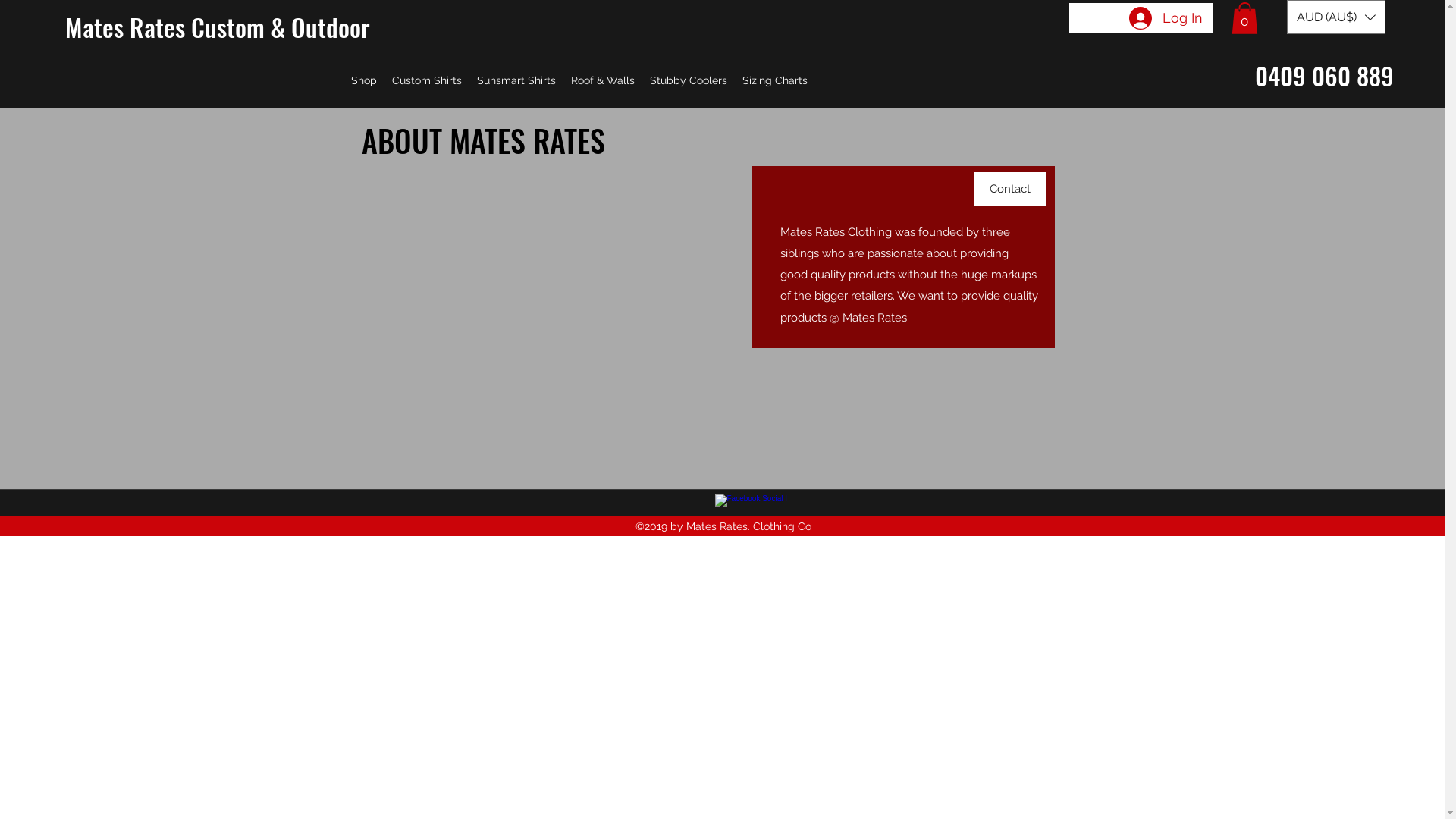 This screenshot has height=819, width=1456. I want to click on 'Sizing Charts', so click(735, 80).